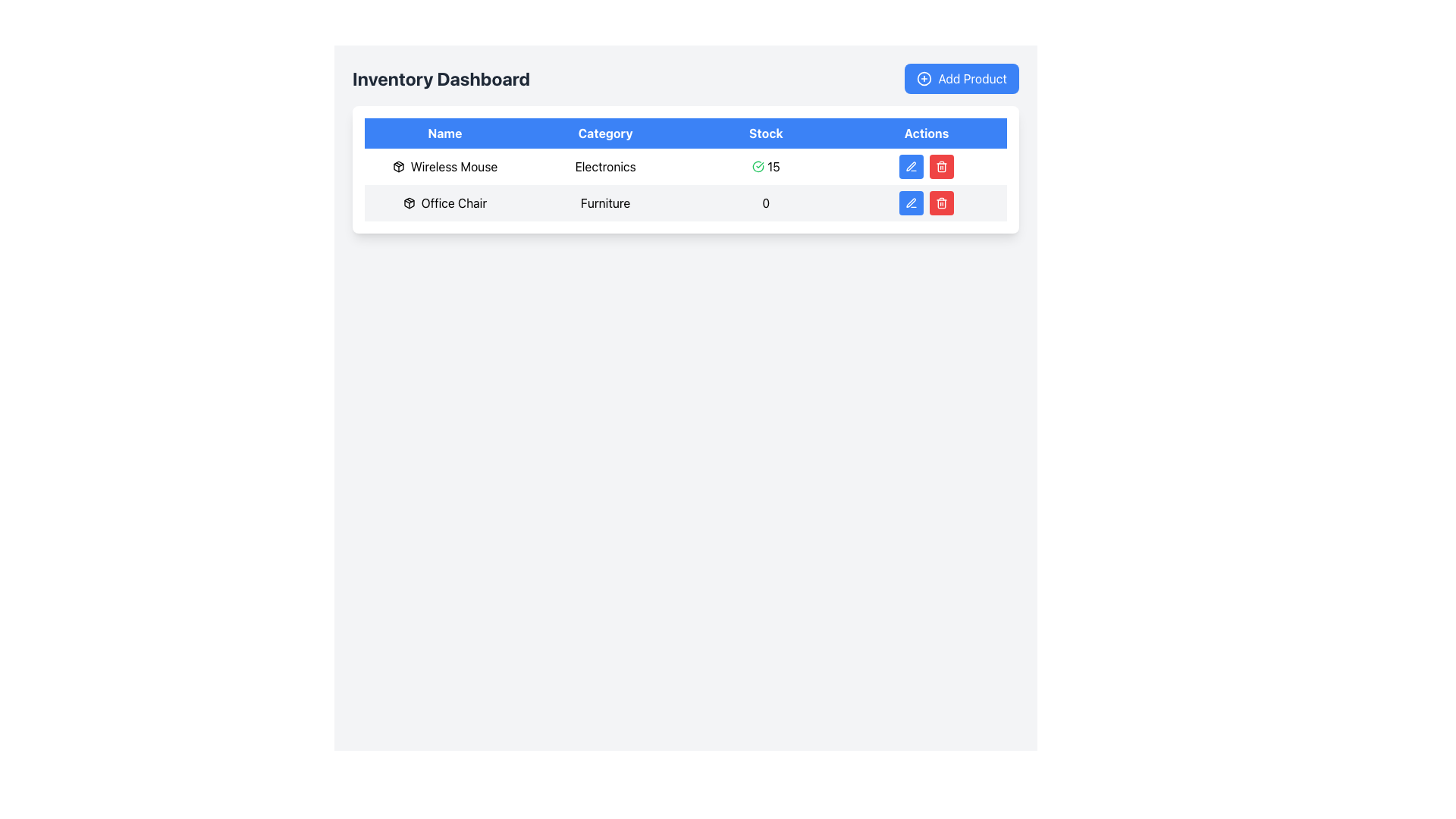 The height and width of the screenshot is (819, 1456). What do you see at coordinates (766, 202) in the screenshot?
I see `the numeric digit '0' in the 'Stock' column of the second row in the data table, which is located between the 'Category' and 'Actions' columns` at bounding box center [766, 202].